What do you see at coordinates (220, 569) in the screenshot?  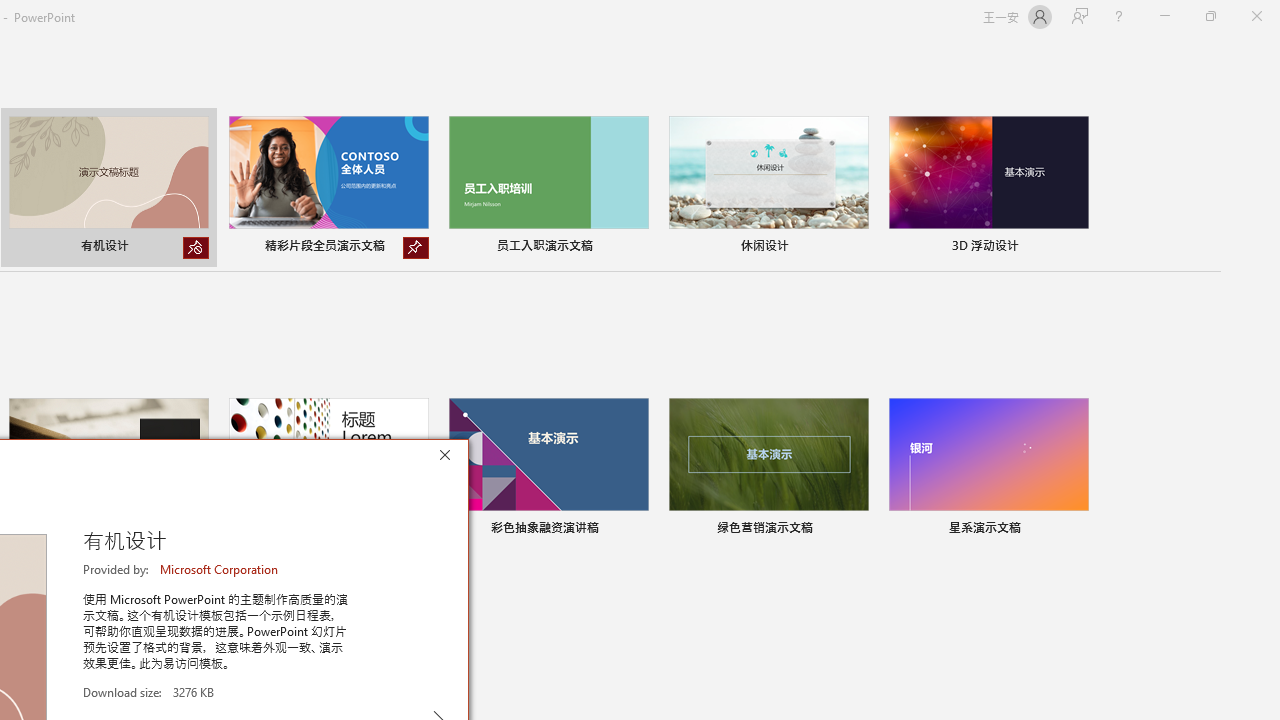 I see `'Microsoft Corporation'` at bounding box center [220, 569].